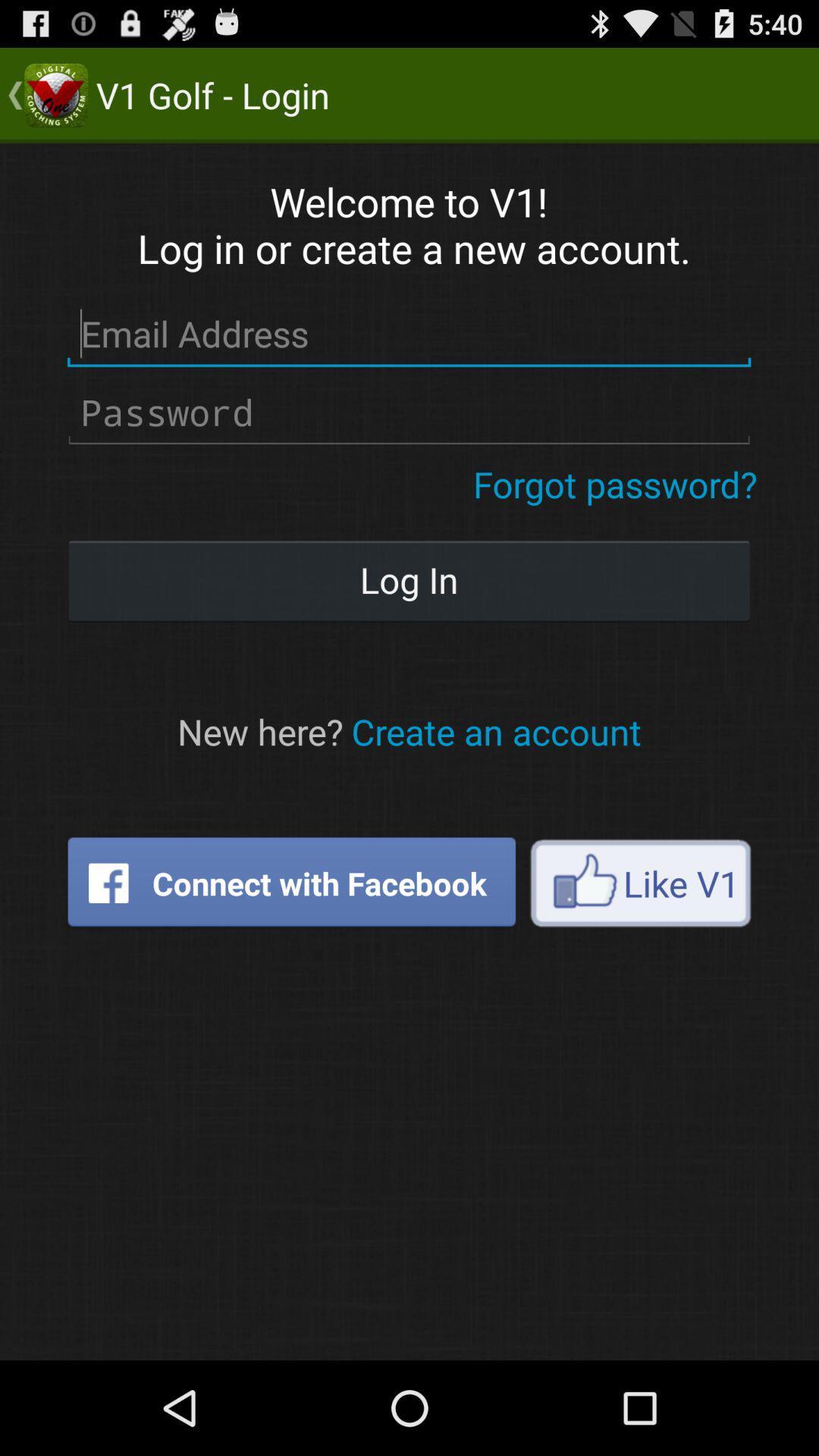  What do you see at coordinates (640, 883) in the screenshot?
I see `like v1 item` at bounding box center [640, 883].